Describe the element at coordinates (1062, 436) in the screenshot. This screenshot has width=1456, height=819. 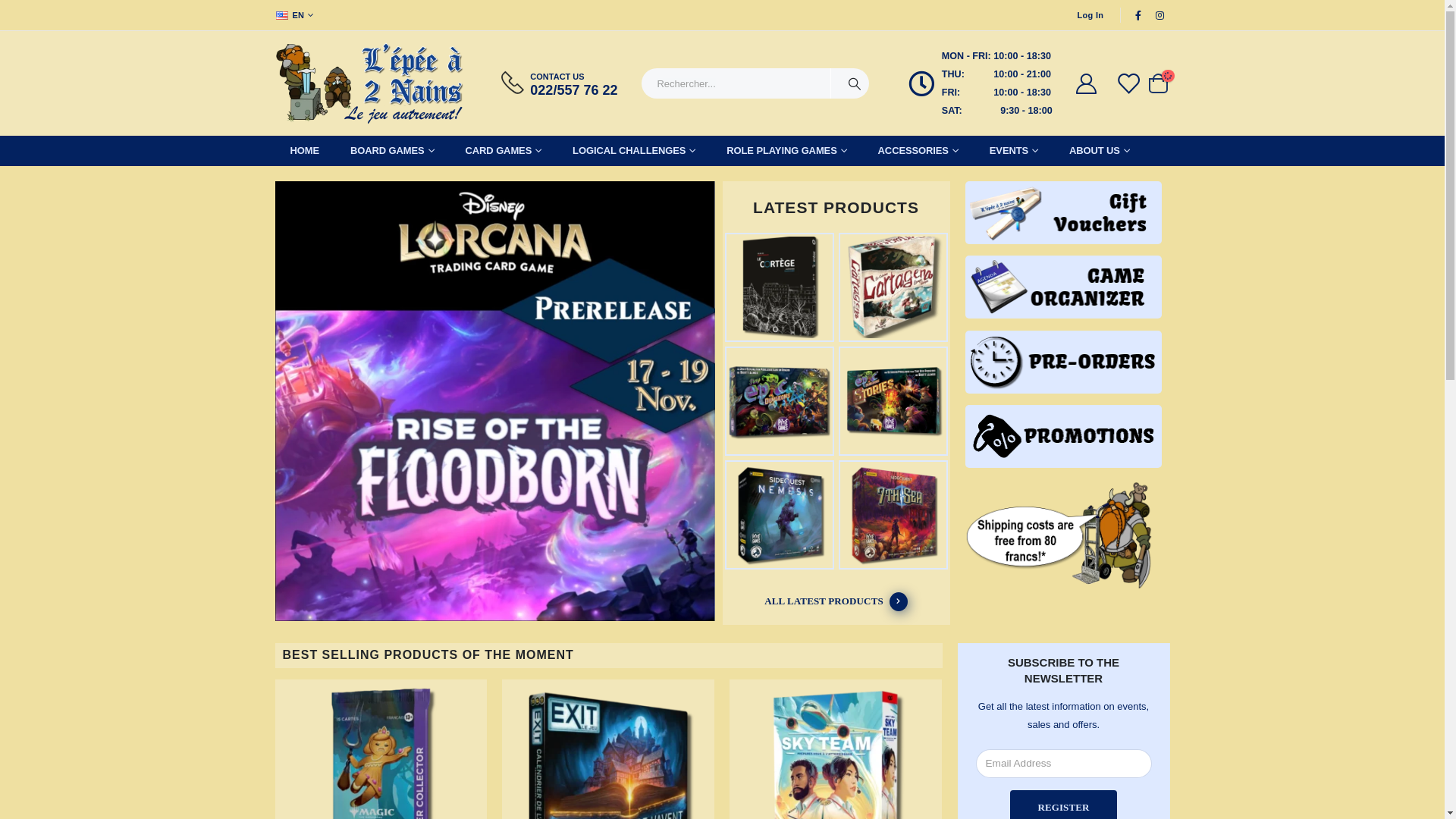
I see `'Promotions'` at that location.